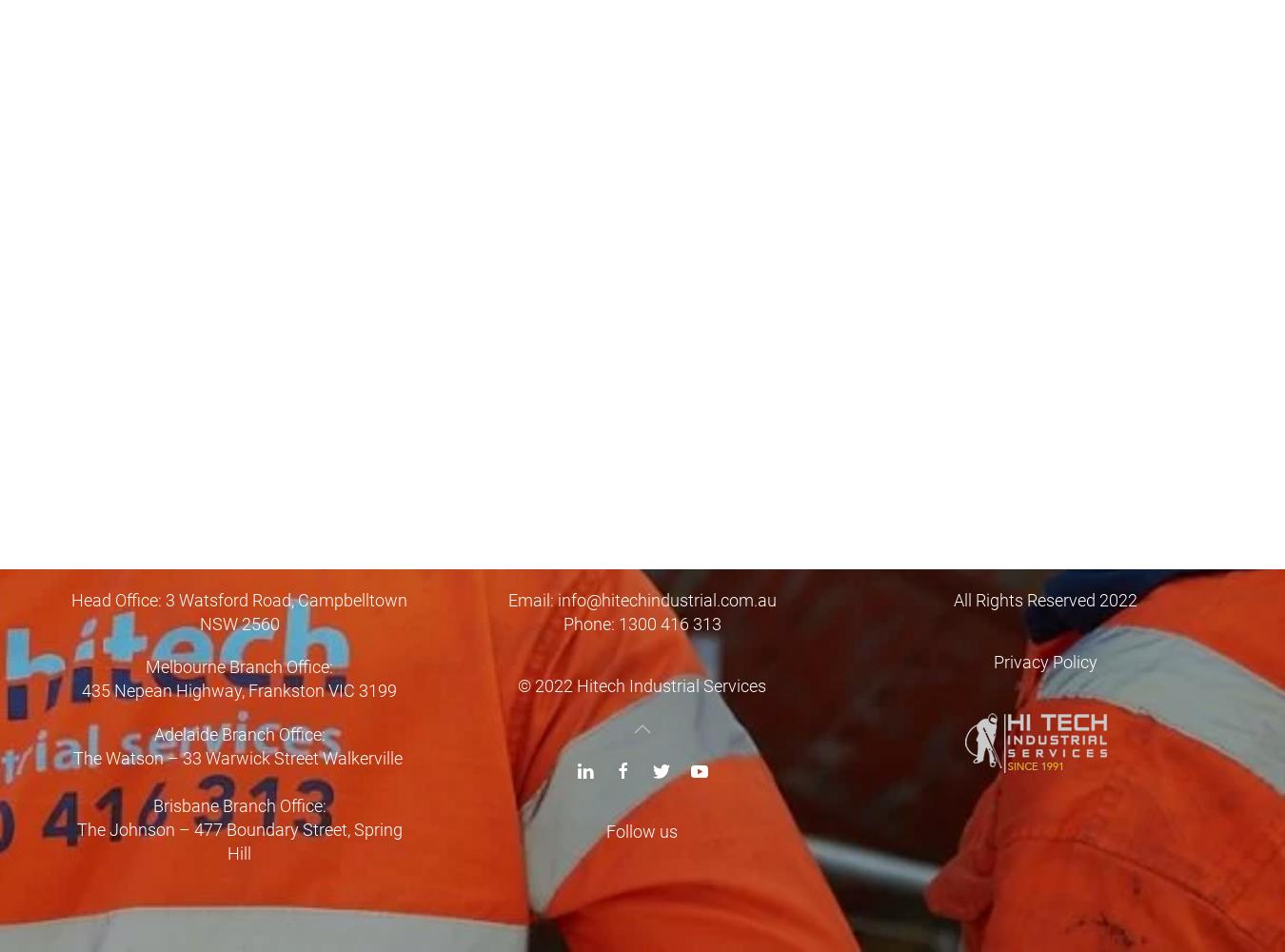 This screenshot has width=1285, height=952. What do you see at coordinates (642, 684) in the screenshot?
I see `'© 2022 Hitech Industrial Services'` at bounding box center [642, 684].